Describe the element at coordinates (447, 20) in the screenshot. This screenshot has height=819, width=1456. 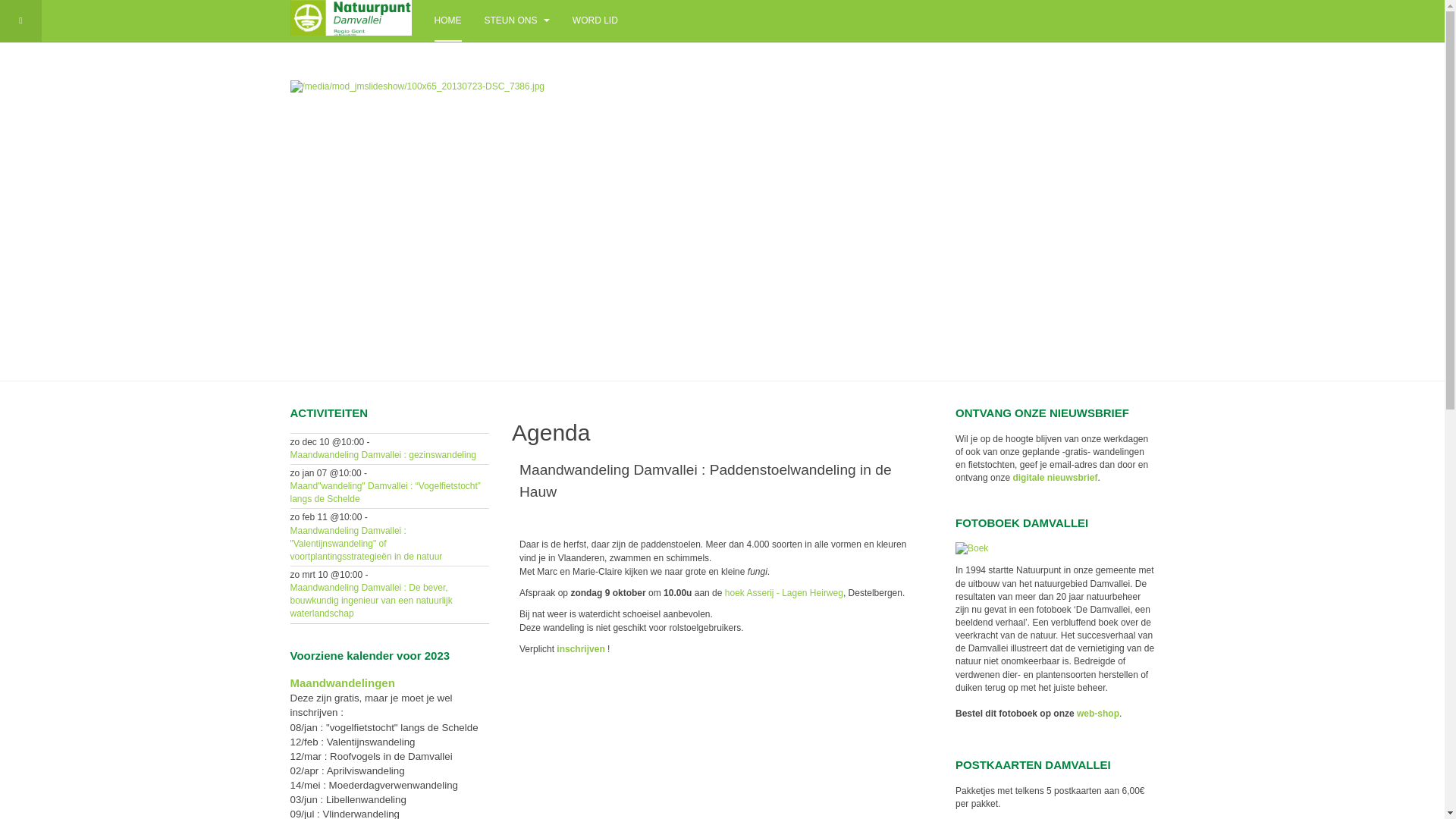
I see `'HOME'` at that location.